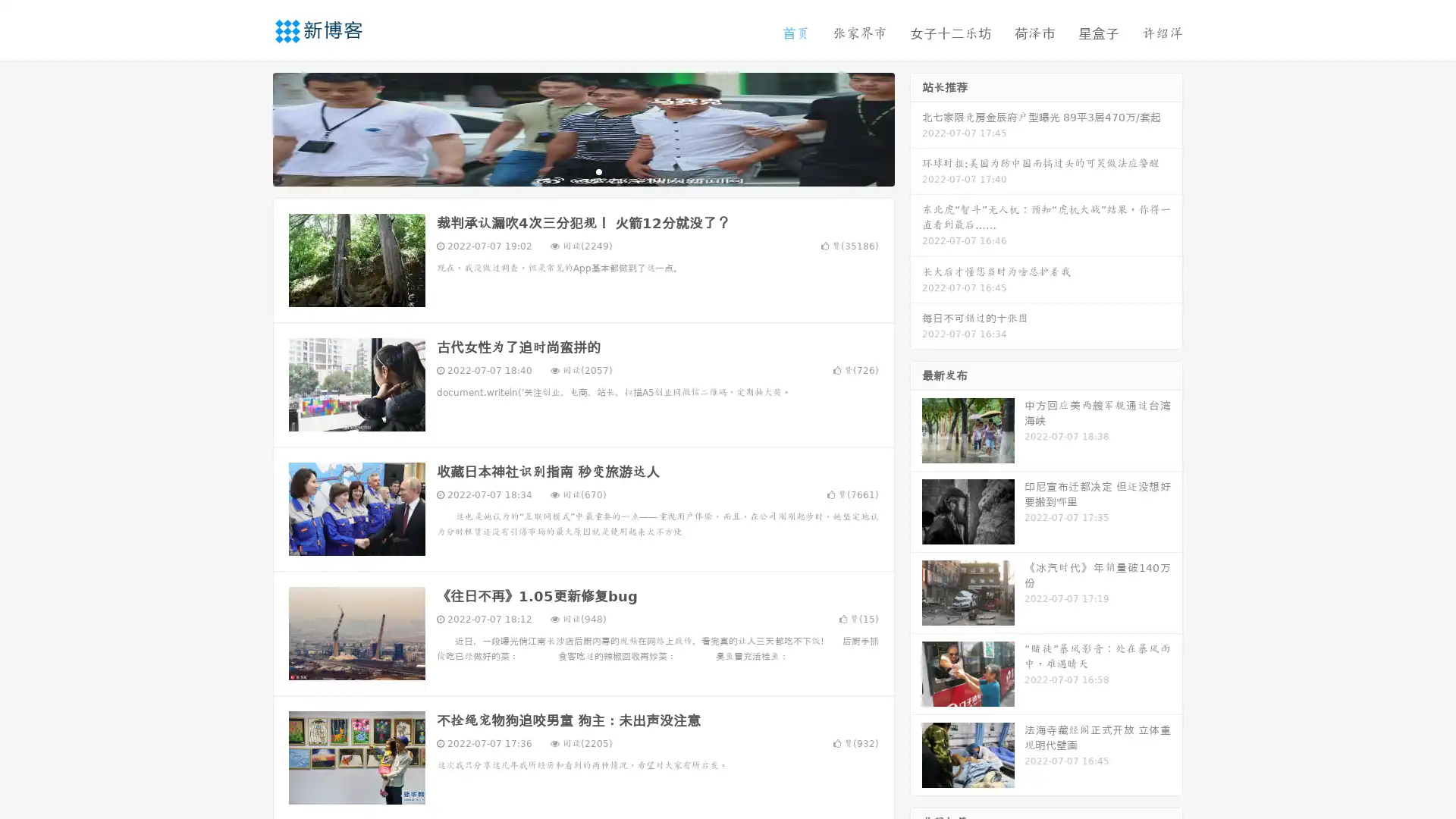 This screenshot has height=819, width=1456. What do you see at coordinates (582, 171) in the screenshot?
I see `Go to slide 2` at bounding box center [582, 171].